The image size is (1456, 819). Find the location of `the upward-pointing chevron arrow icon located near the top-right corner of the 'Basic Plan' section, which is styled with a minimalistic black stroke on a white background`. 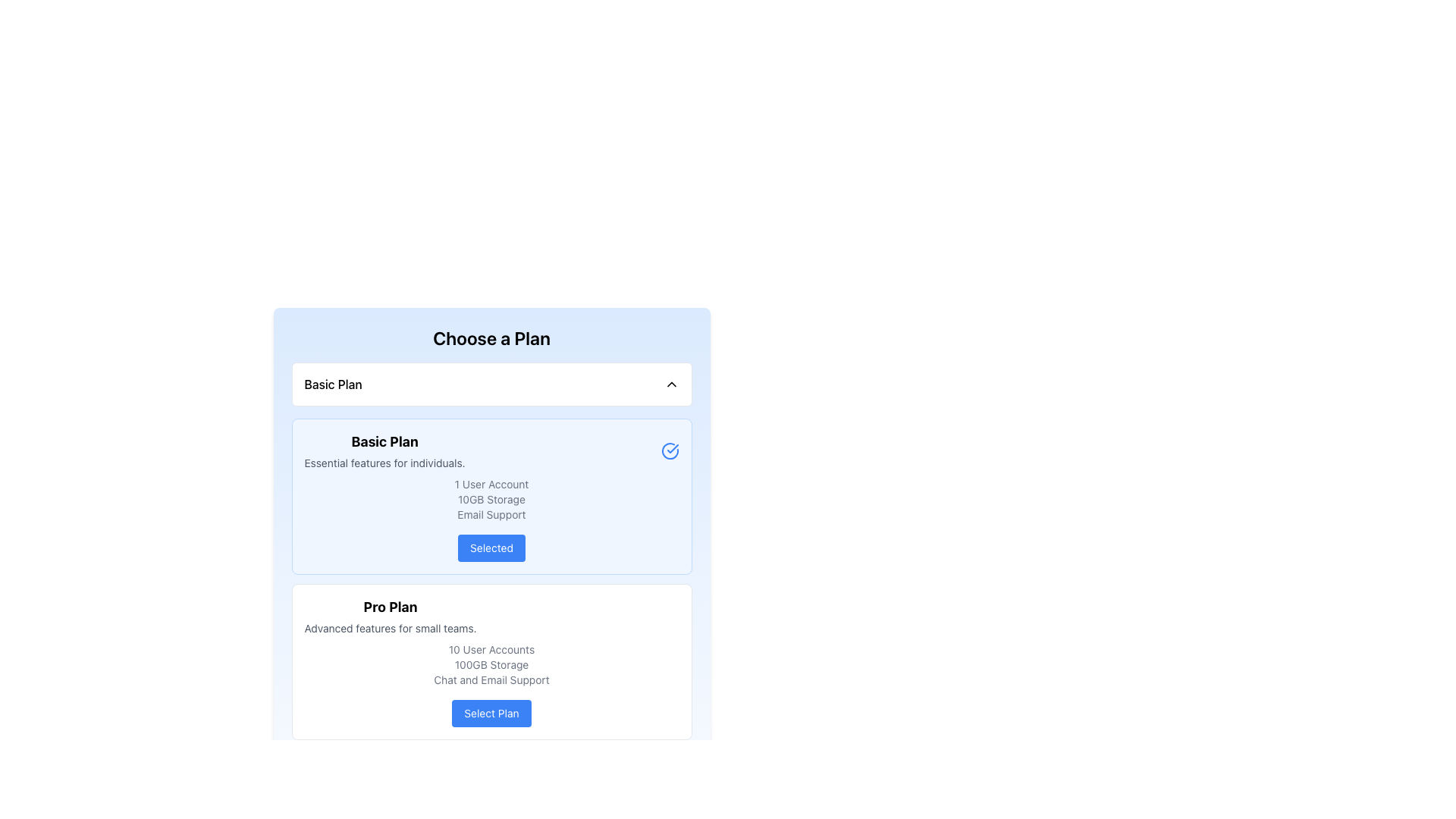

the upward-pointing chevron arrow icon located near the top-right corner of the 'Basic Plan' section, which is styled with a minimalistic black stroke on a white background is located at coordinates (670, 383).